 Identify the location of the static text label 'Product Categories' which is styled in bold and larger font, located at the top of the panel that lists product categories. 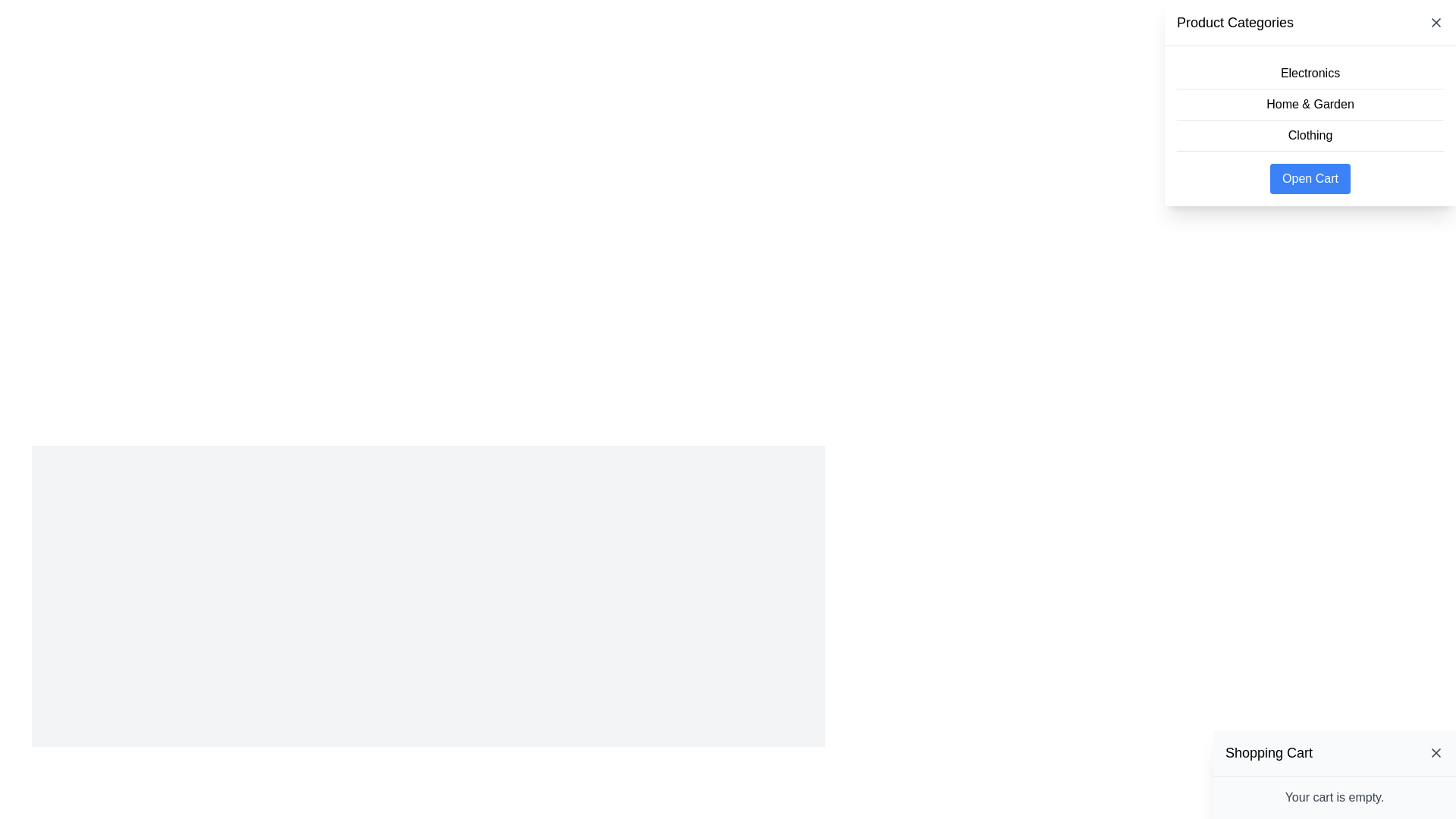
(1235, 23).